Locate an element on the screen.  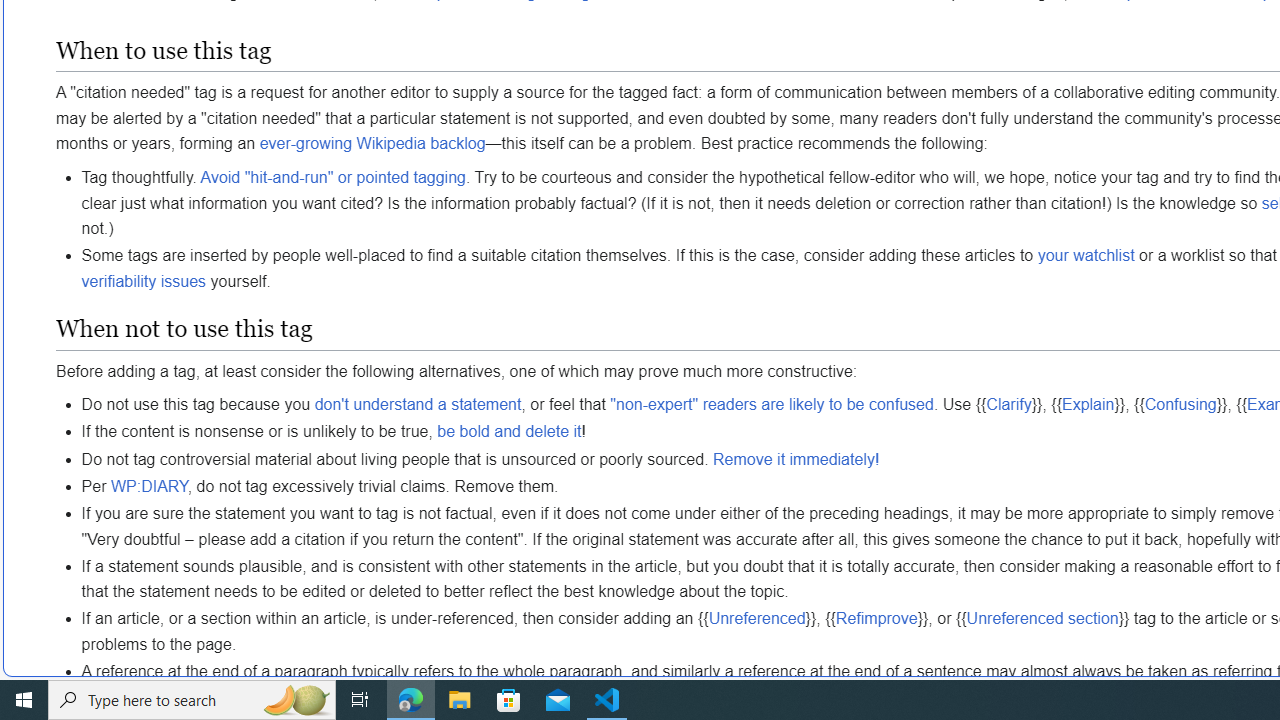
'be bold and delete it' is located at coordinates (509, 431).